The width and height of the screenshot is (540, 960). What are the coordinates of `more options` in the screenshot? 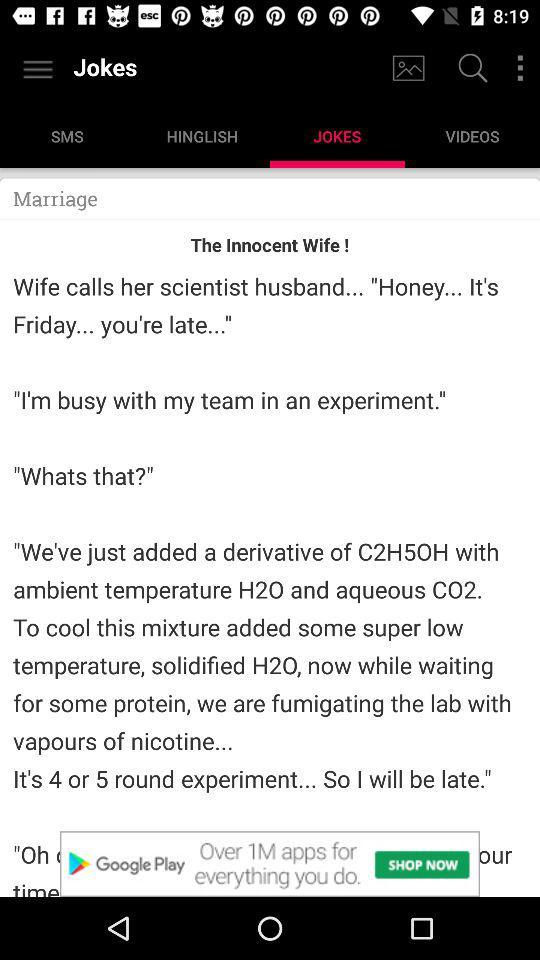 It's located at (520, 68).